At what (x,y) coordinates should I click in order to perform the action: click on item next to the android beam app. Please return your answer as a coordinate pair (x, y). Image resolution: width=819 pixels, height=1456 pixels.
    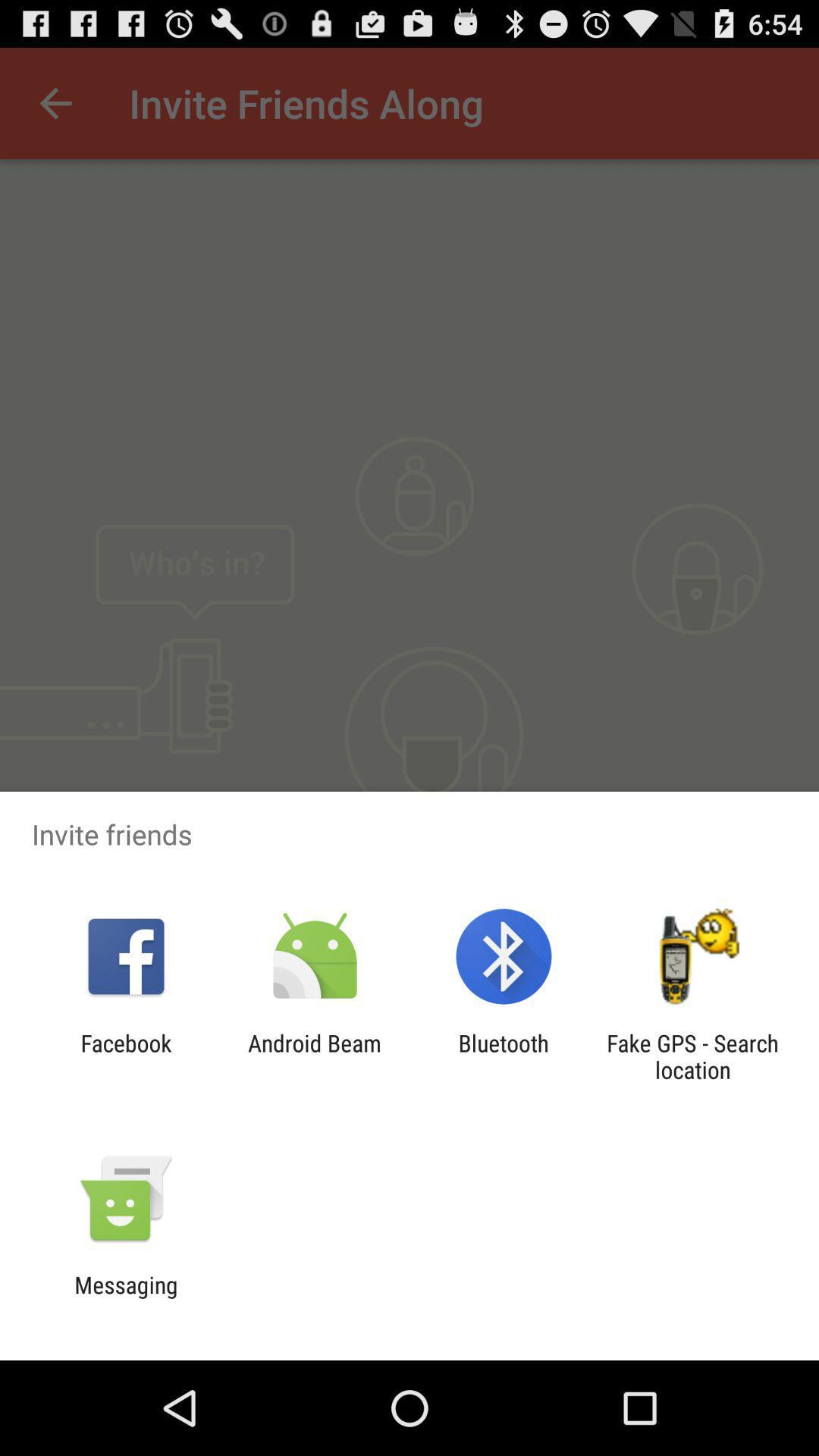
    Looking at the image, I should click on (504, 1056).